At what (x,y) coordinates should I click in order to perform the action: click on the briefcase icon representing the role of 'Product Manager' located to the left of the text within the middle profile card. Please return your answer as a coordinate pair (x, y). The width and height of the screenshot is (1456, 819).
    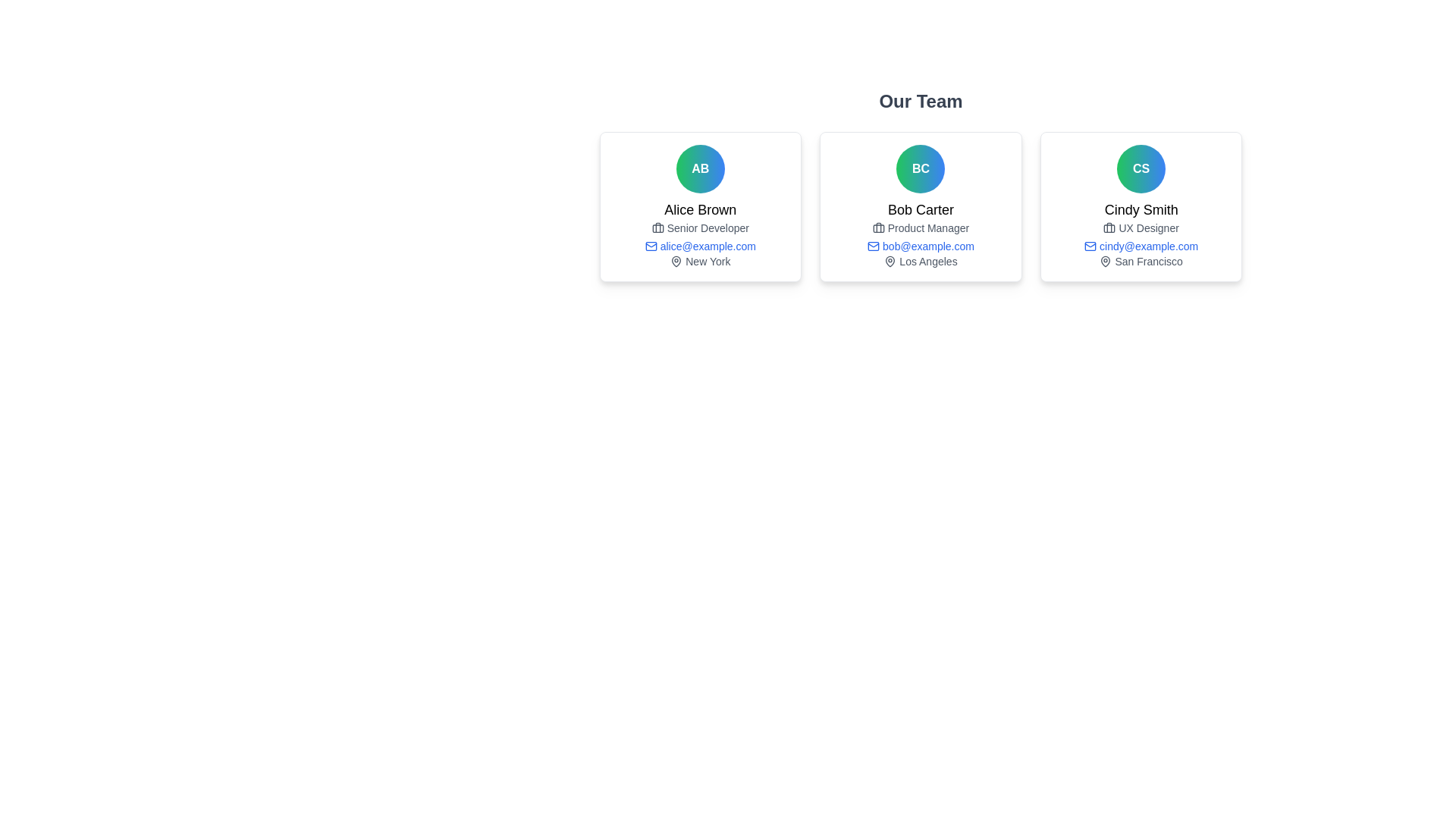
    Looking at the image, I should click on (878, 227).